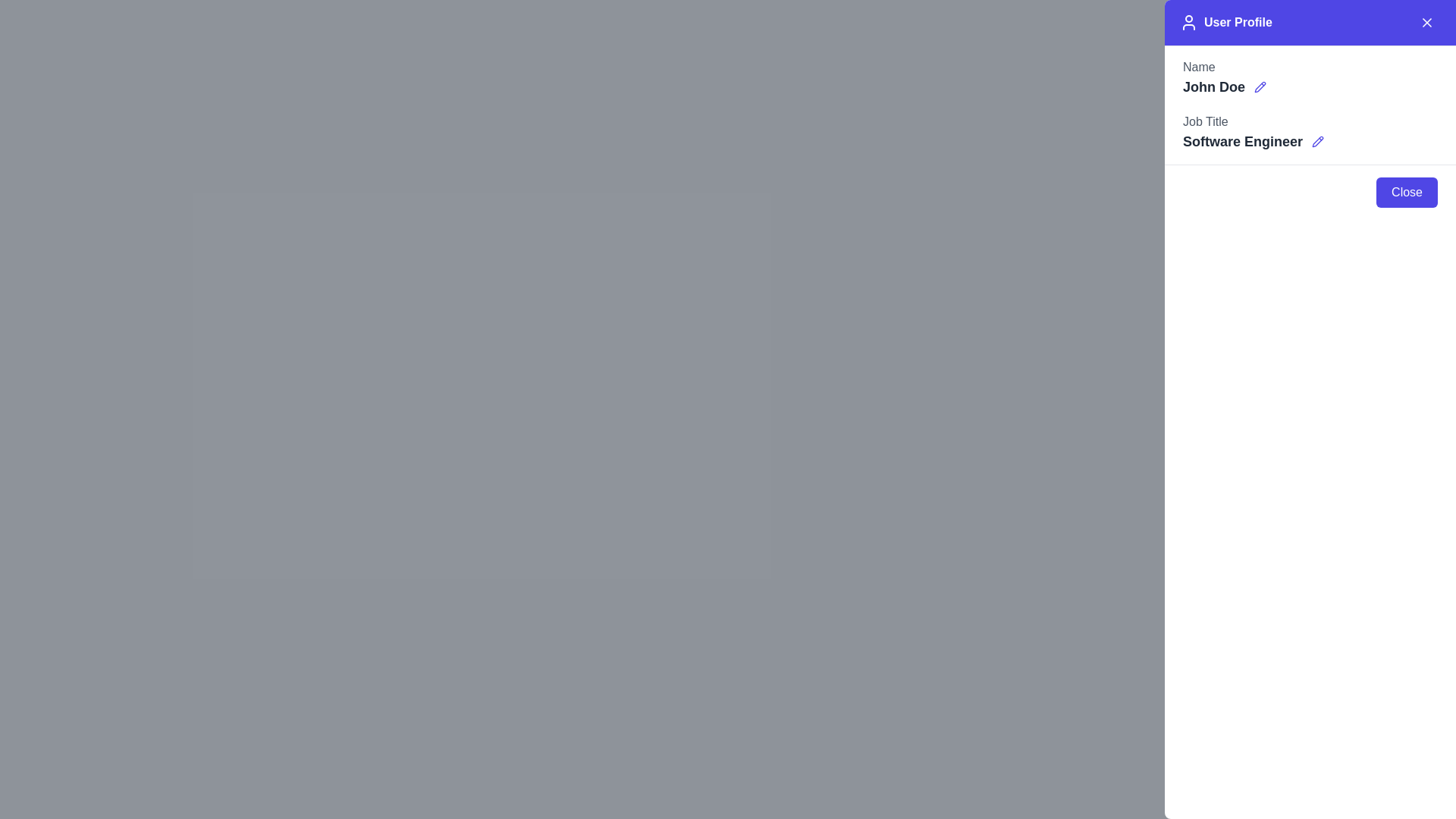 Image resolution: width=1456 pixels, height=819 pixels. Describe the element at coordinates (1188, 23) in the screenshot. I see `the profile icon located at the top of the profile panel, positioned to the left of the 'User Profile' text` at that location.